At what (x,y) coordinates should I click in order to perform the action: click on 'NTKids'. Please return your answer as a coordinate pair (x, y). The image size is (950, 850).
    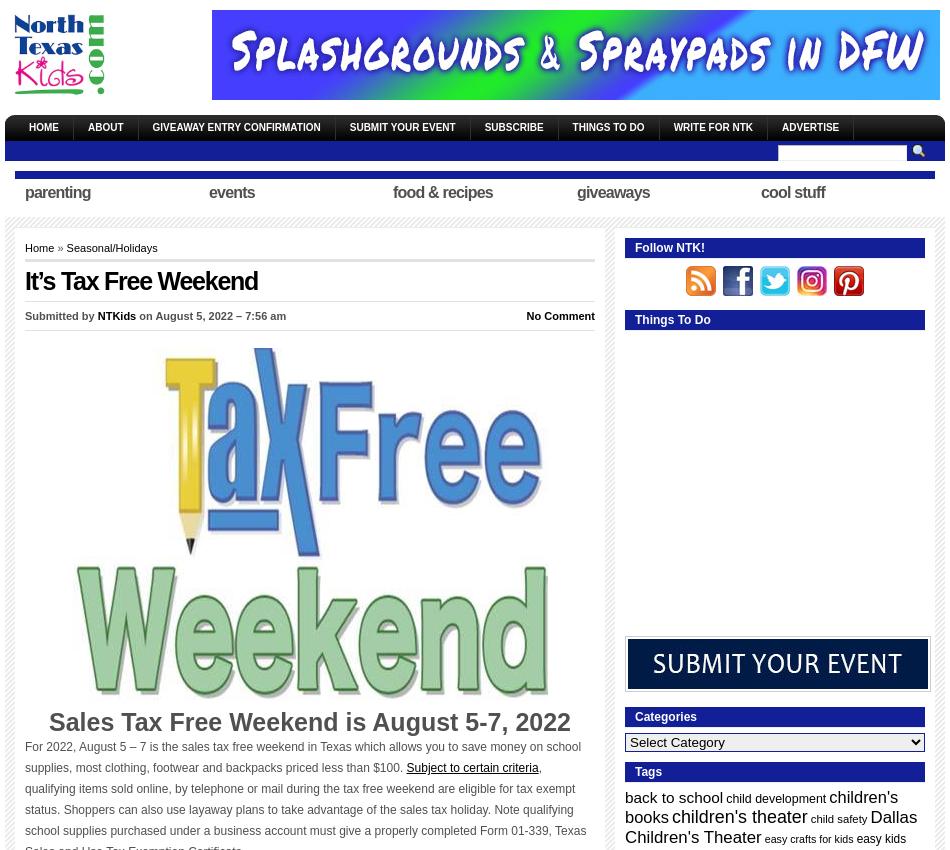
    Looking at the image, I should click on (116, 316).